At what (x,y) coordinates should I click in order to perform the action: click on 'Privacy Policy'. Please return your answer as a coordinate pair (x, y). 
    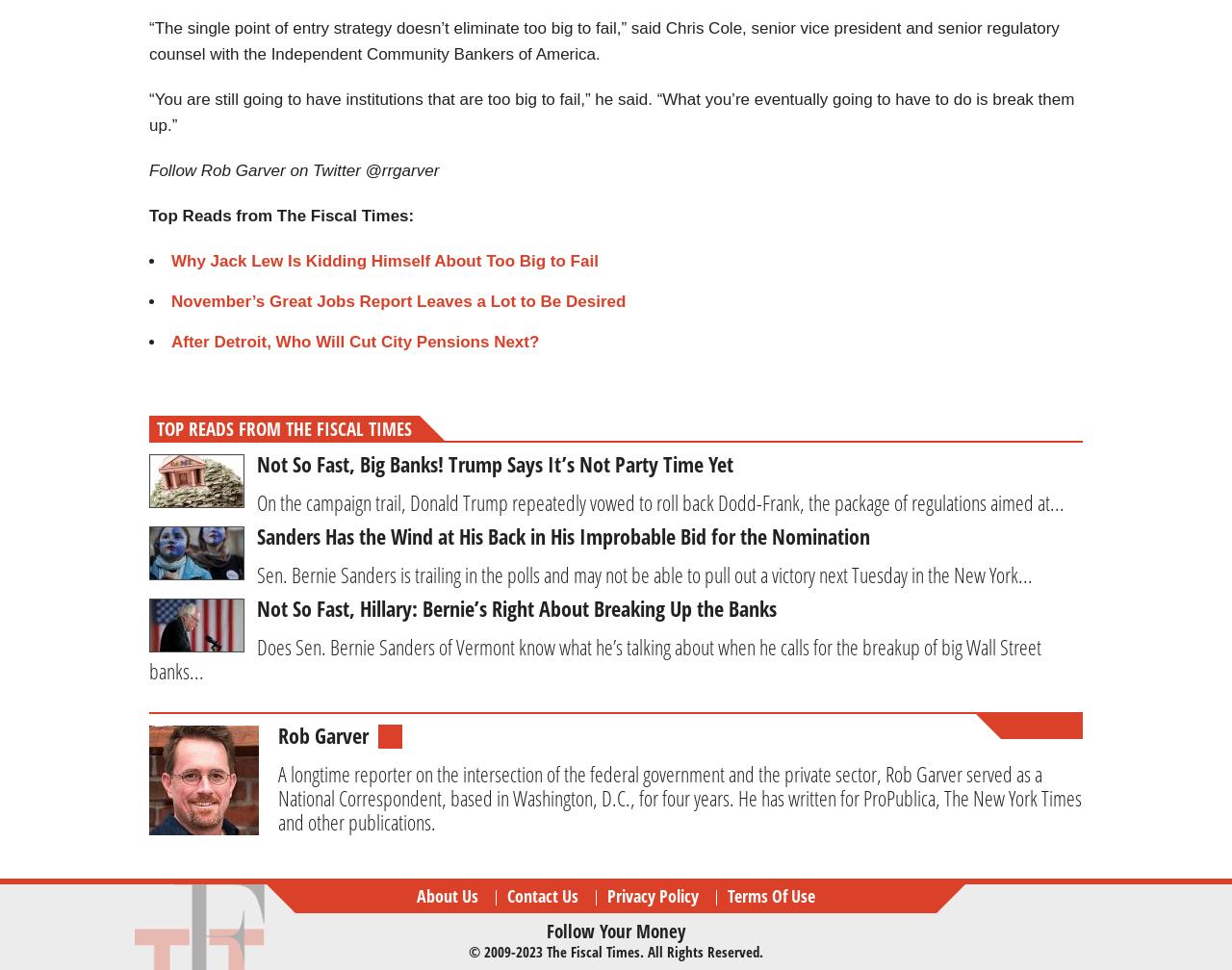
    Looking at the image, I should click on (653, 894).